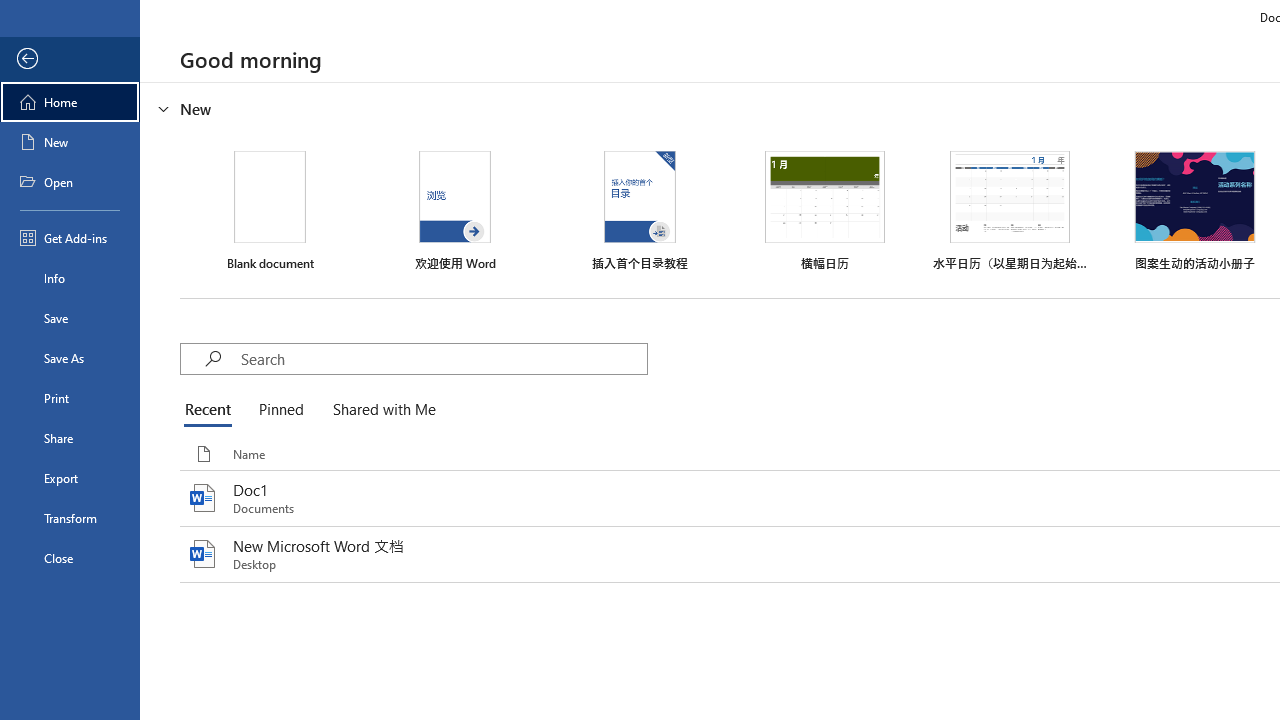 The image size is (1280, 720). What do you see at coordinates (69, 58) in the screenshot?
I see `'Back'` at bounding box center [69, 58].